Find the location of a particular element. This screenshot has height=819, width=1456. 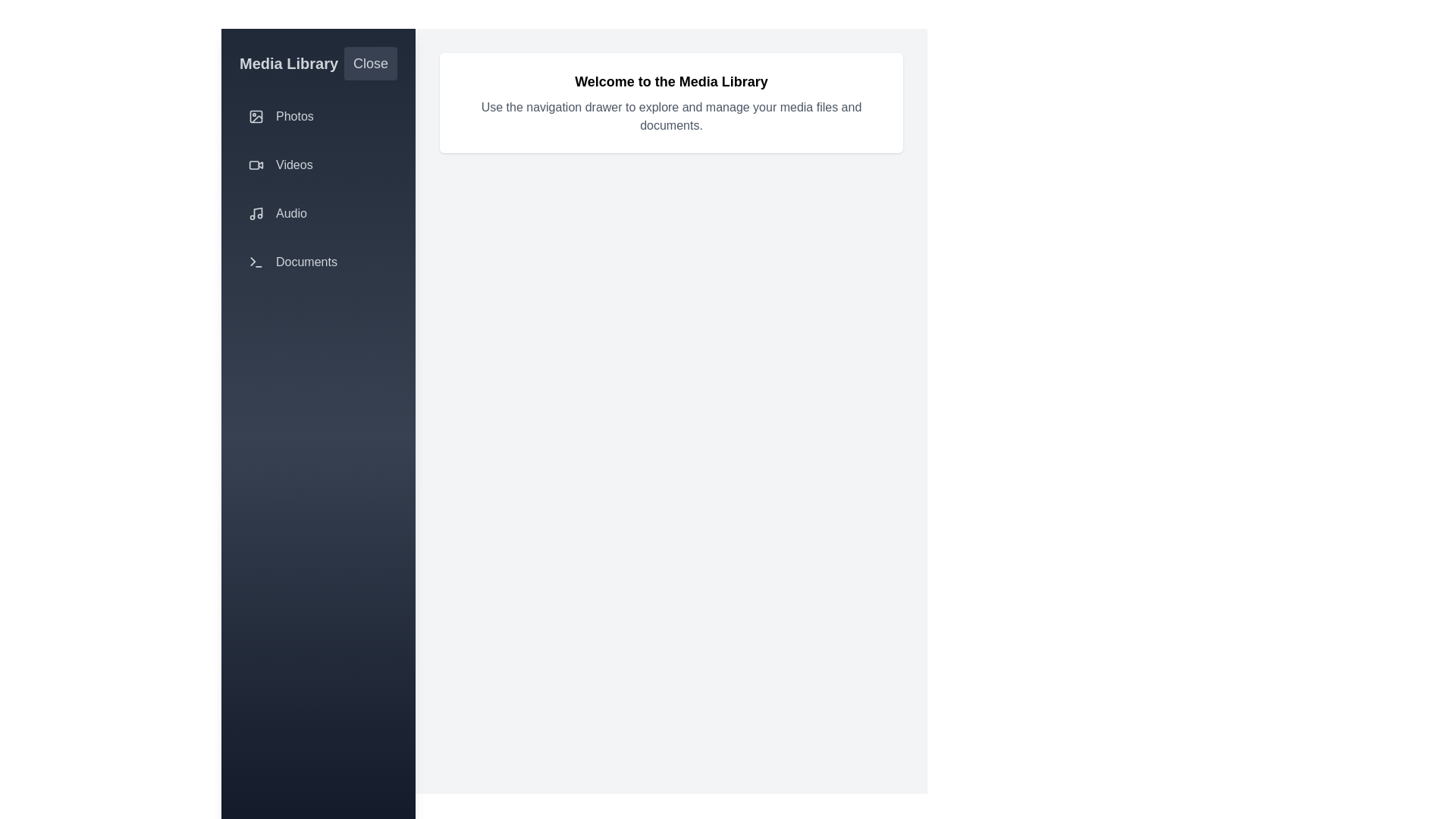

the navigation item corresponding to Videos is located at coordinates (318, 165).